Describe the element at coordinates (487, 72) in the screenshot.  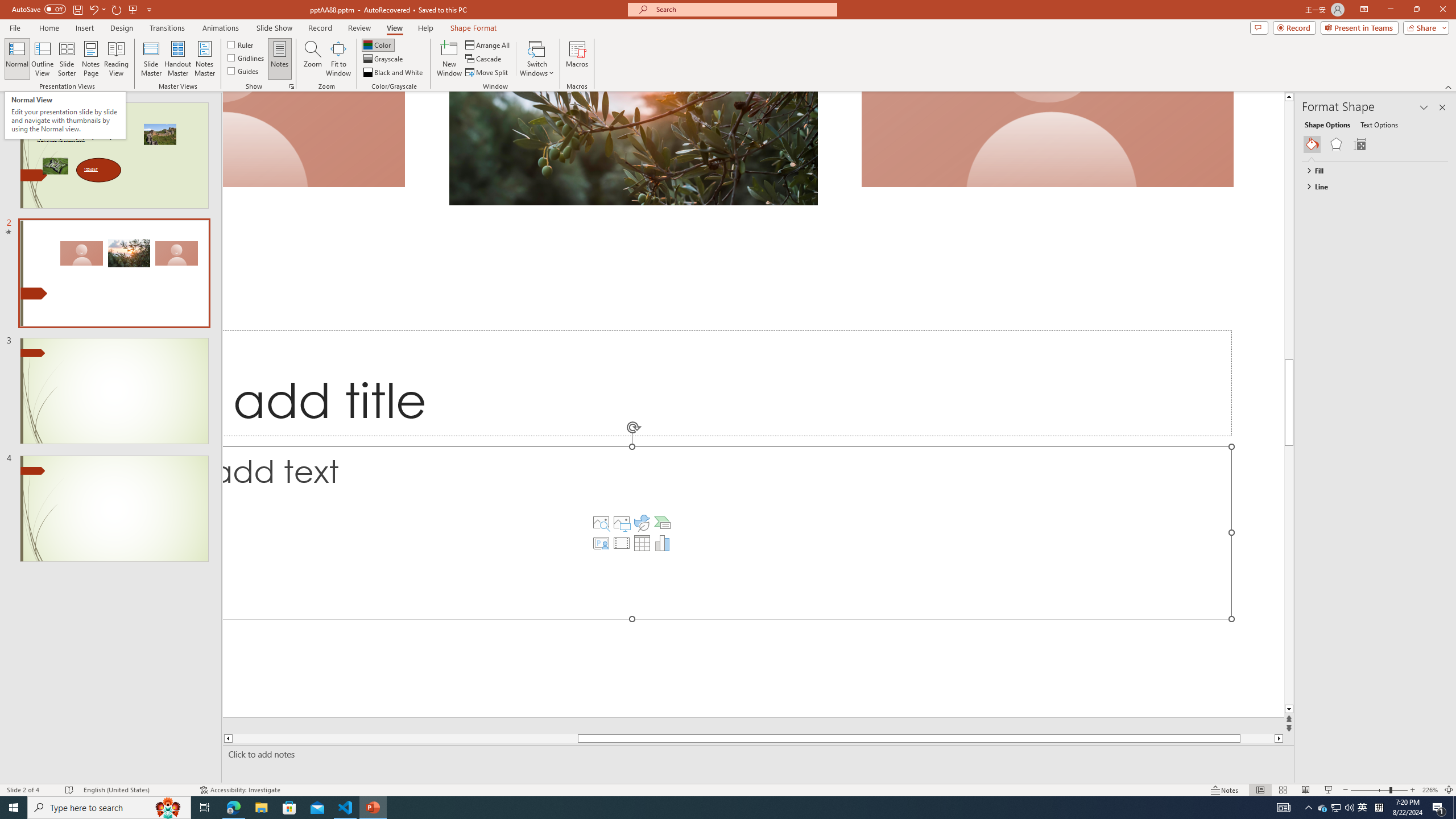
I see `'Move Split'` at that location.